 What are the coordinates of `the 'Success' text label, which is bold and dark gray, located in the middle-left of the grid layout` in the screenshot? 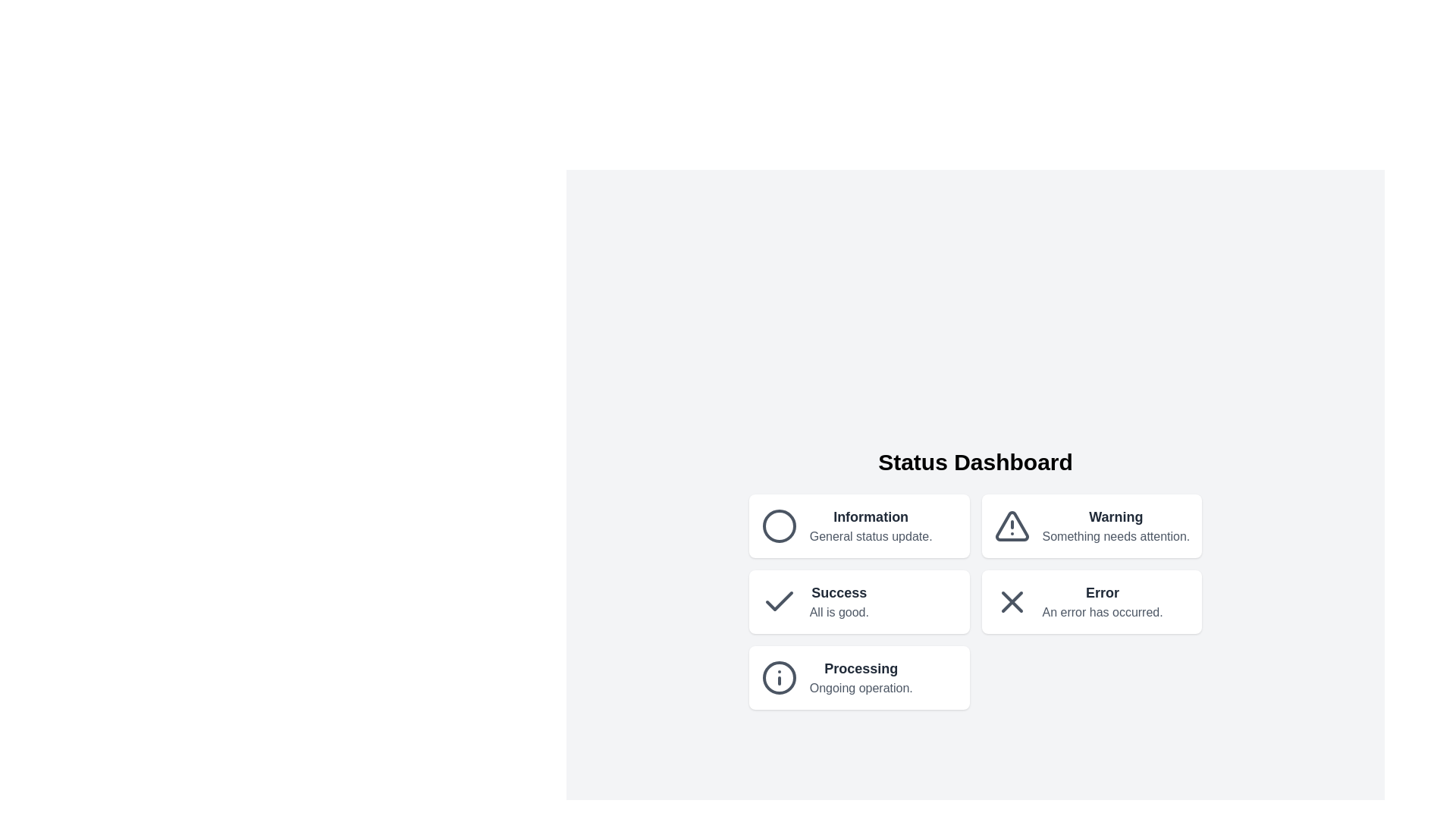 It's located at (838, 592).